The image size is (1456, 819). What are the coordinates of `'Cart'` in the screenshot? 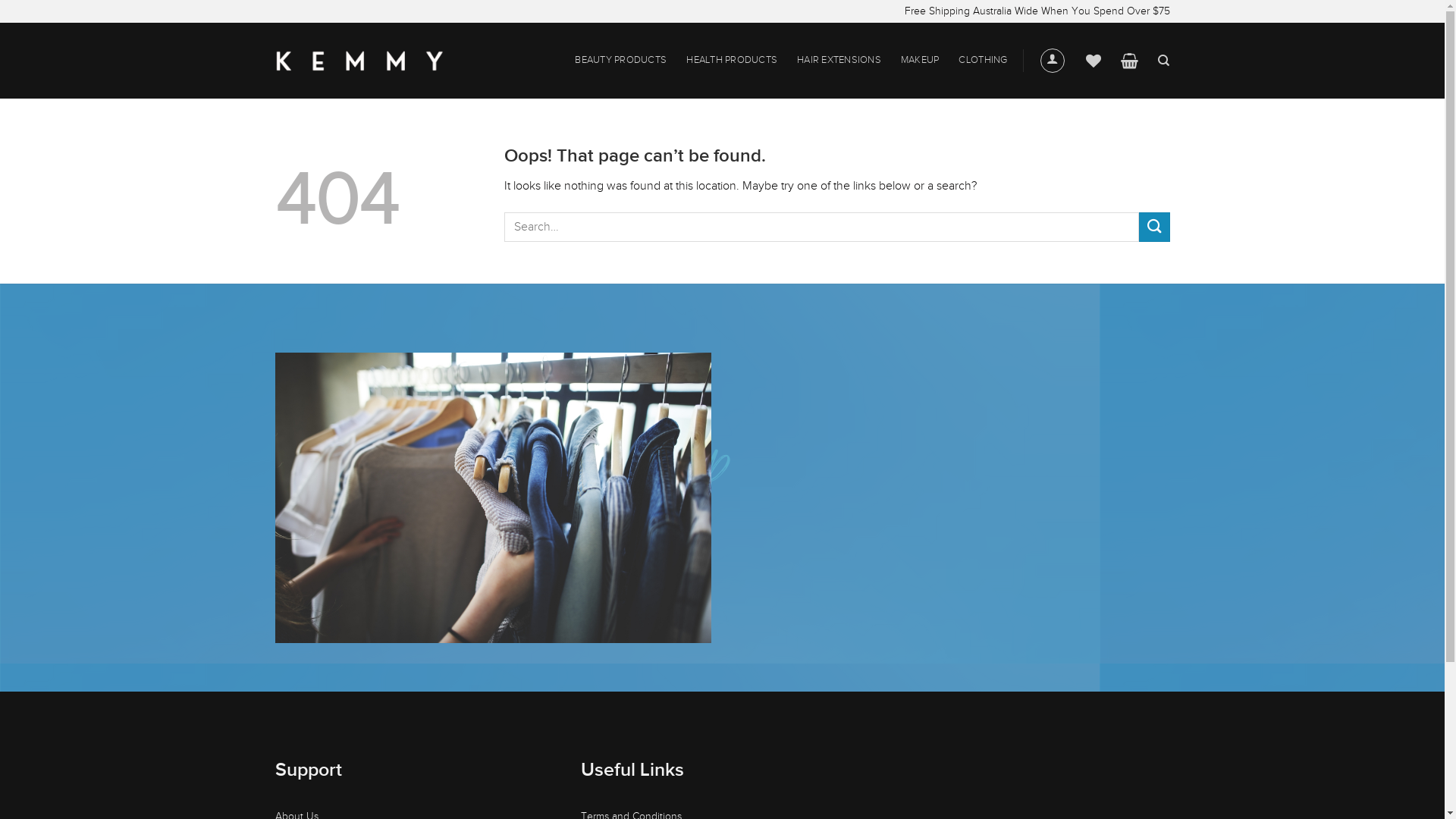 It's located at (1129, 60).